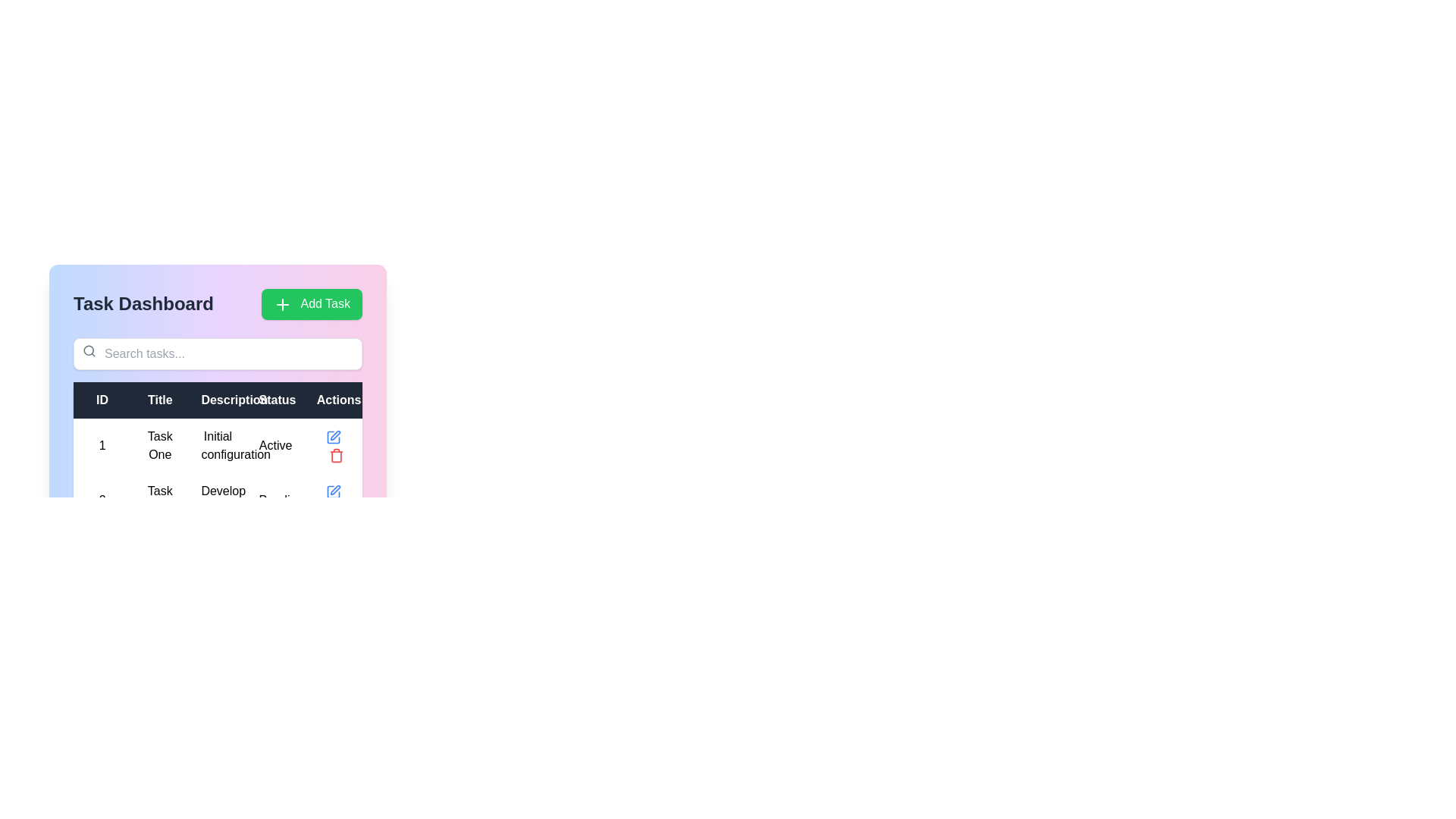 Image resolution: width=1456 pixels, height=819 pixels. What do you see at coordinates (160, 399) in the screenshot?
I see `the 'Title' text label, which is the second column header in the table, displaying the word 'Title' in white against a dark background` at bounding box center [160, 399].